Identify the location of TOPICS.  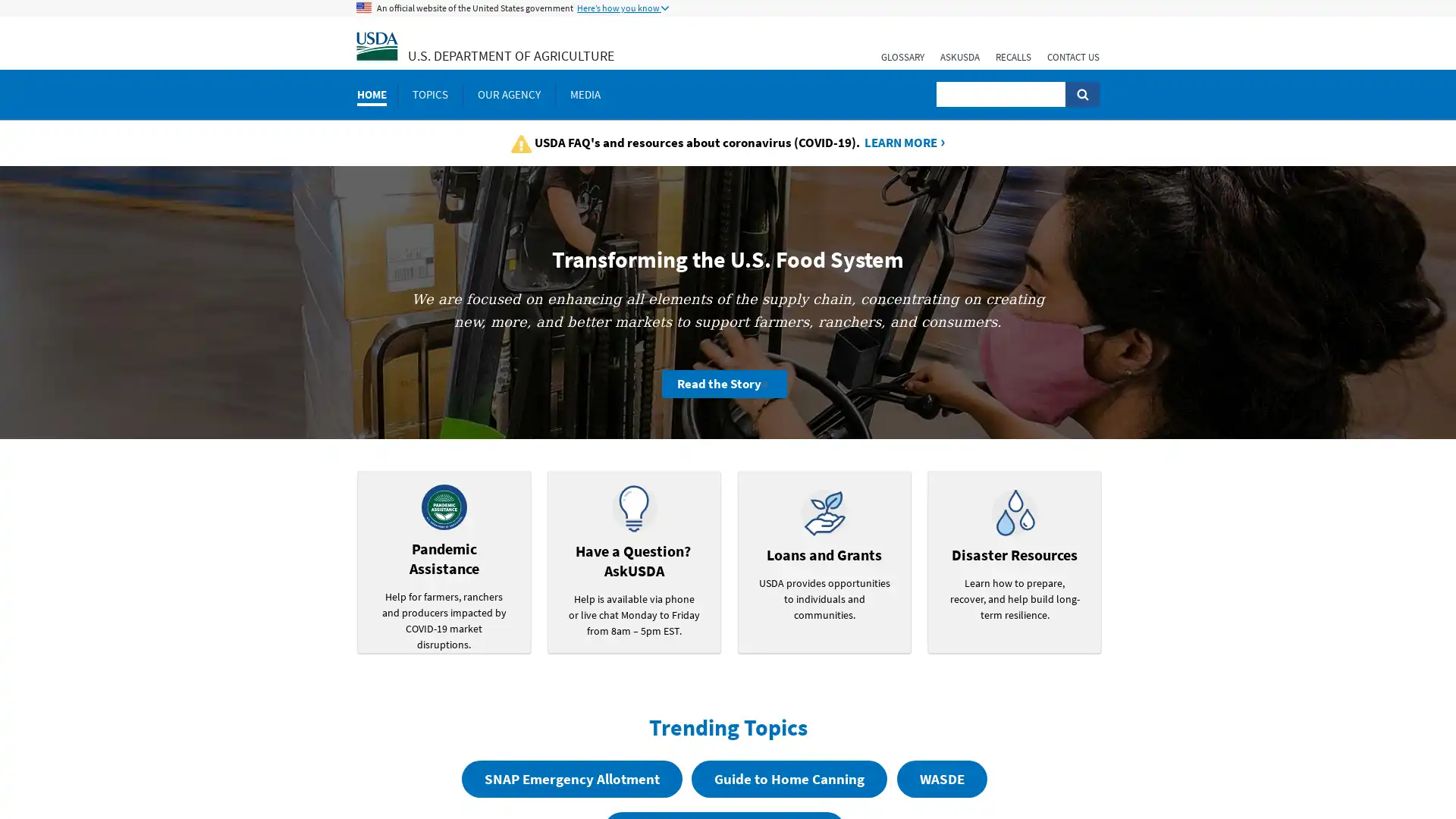
(429, 94).